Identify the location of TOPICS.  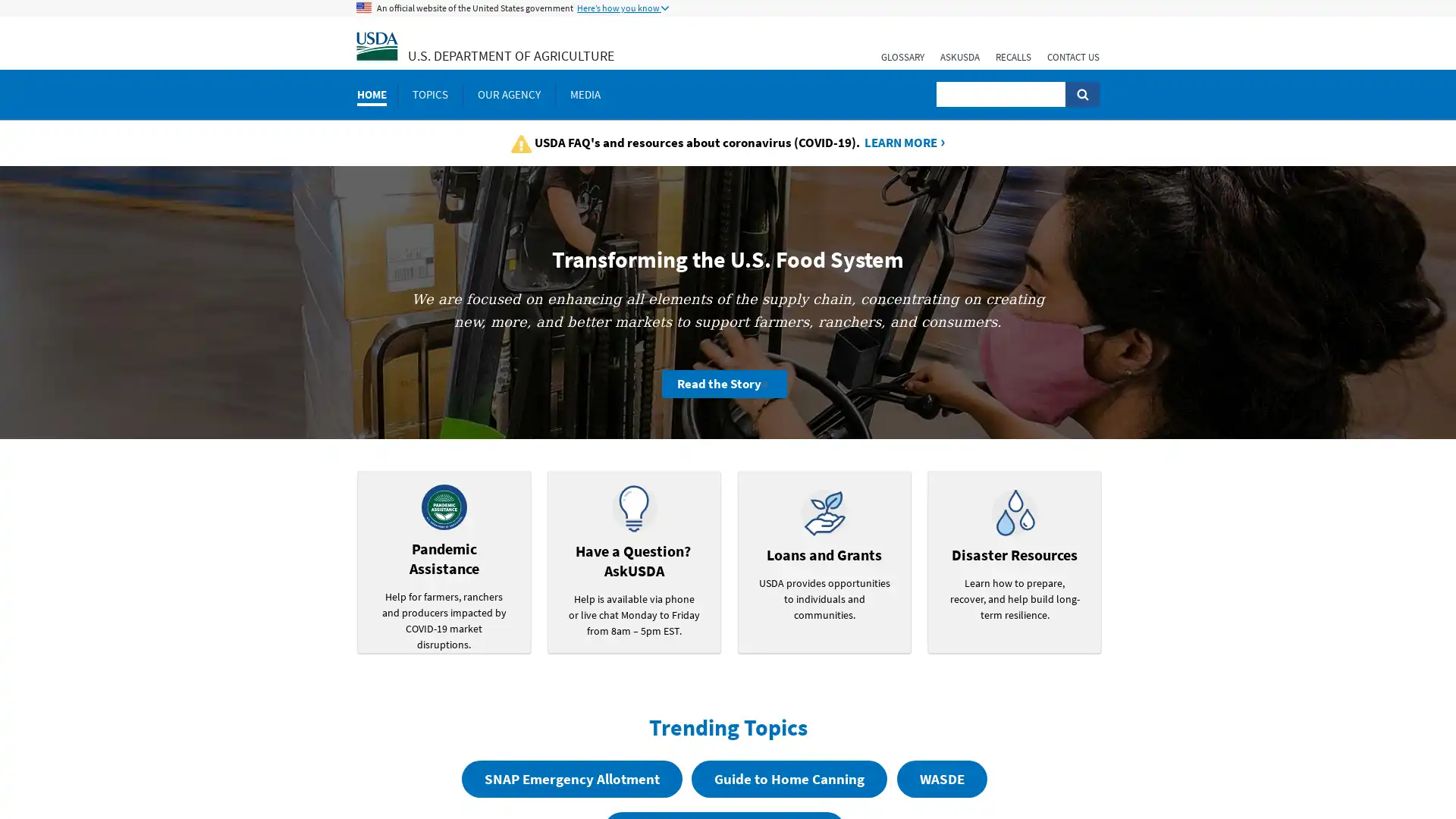
(429, 94).